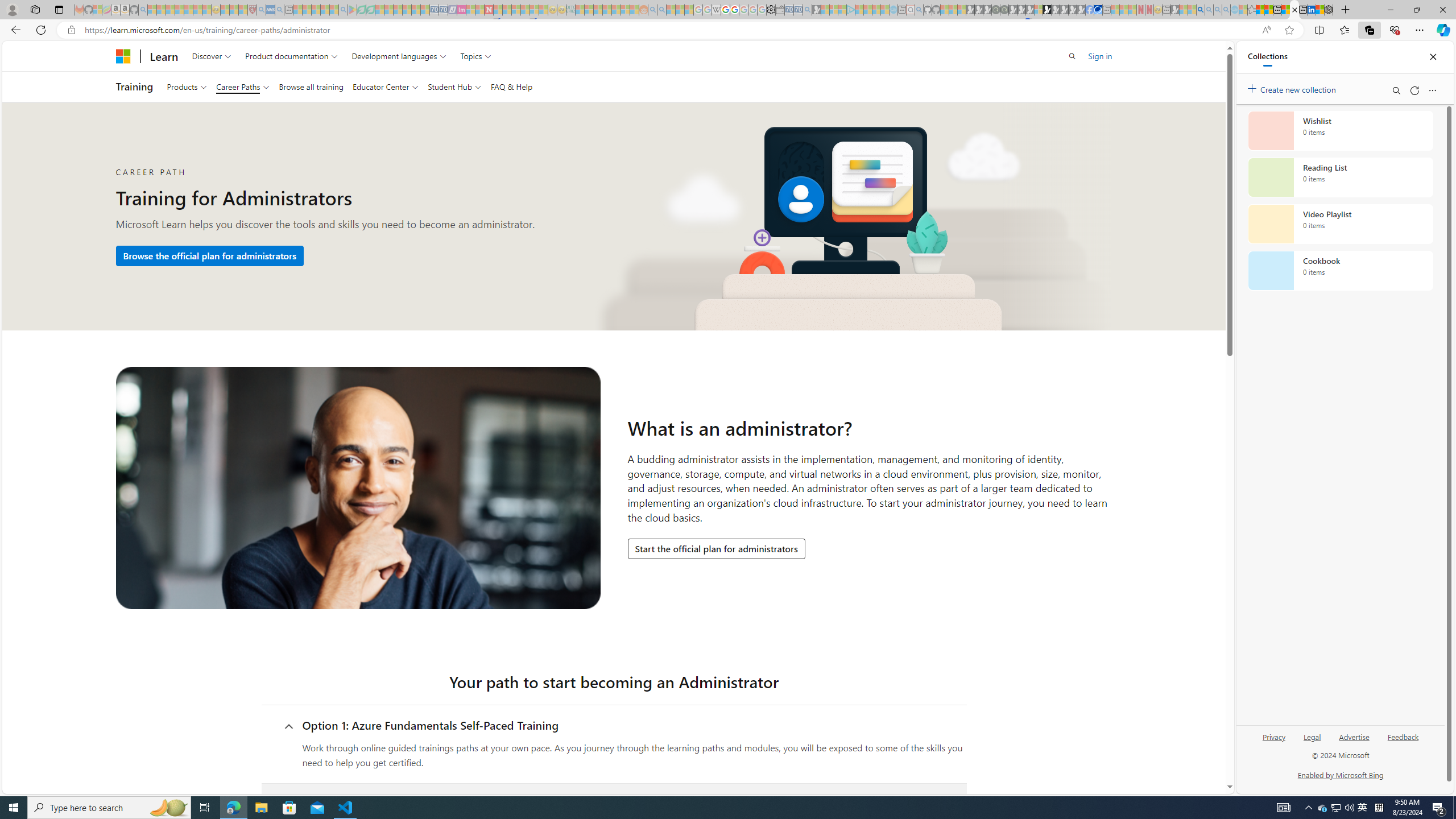 The width and height of the screenshot is (1456, 819). Describe the element at coordinates (716, 9) in the screenshot. I see `'Target page - Wikipedia - Sleeping'` at that location.